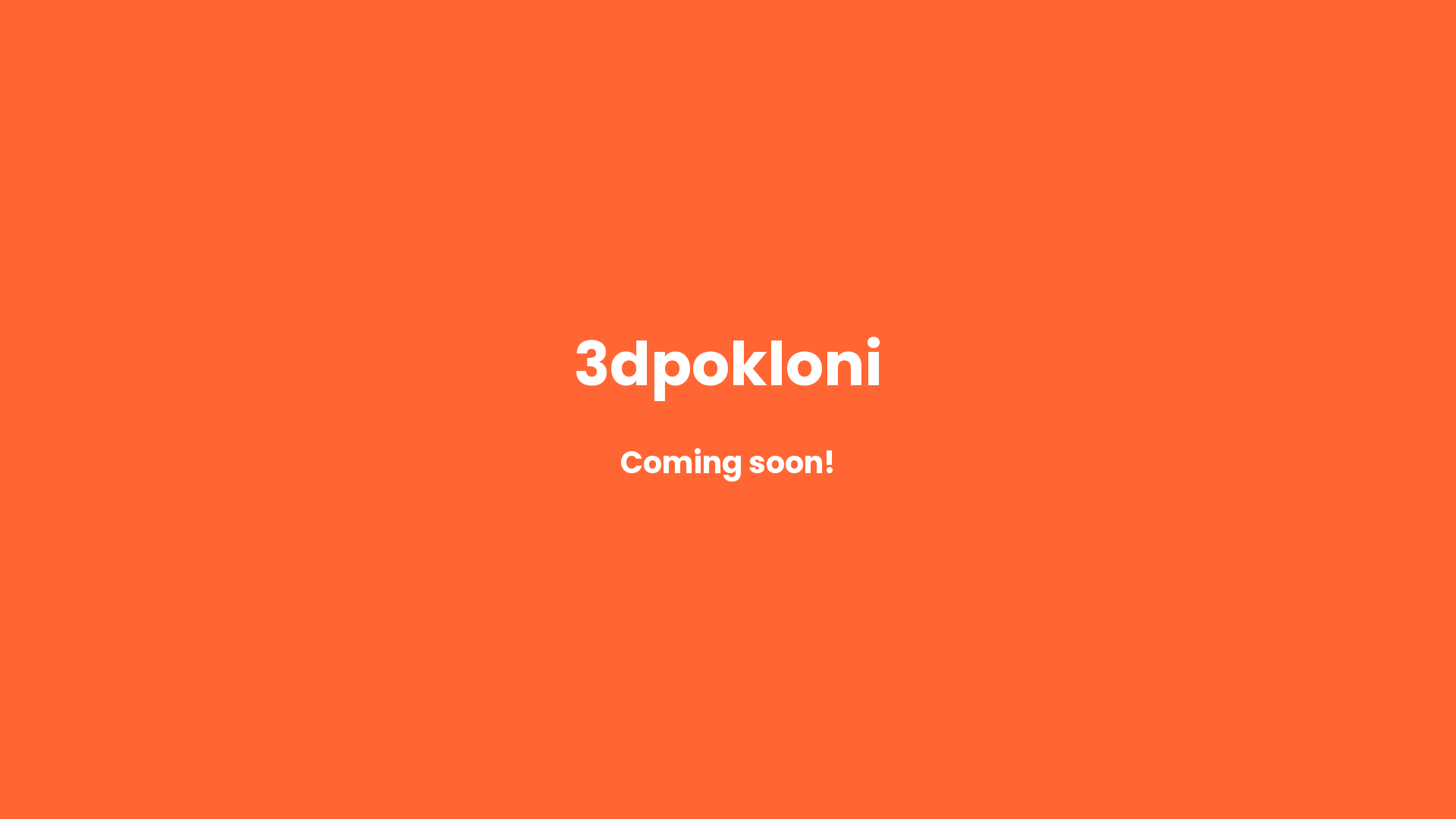 This screenshot has height=819, width=1456. What do you see at coordinates (728, 374) in the screenshot?
I see `'3dpokloni'` at bounding box center [728, 374].